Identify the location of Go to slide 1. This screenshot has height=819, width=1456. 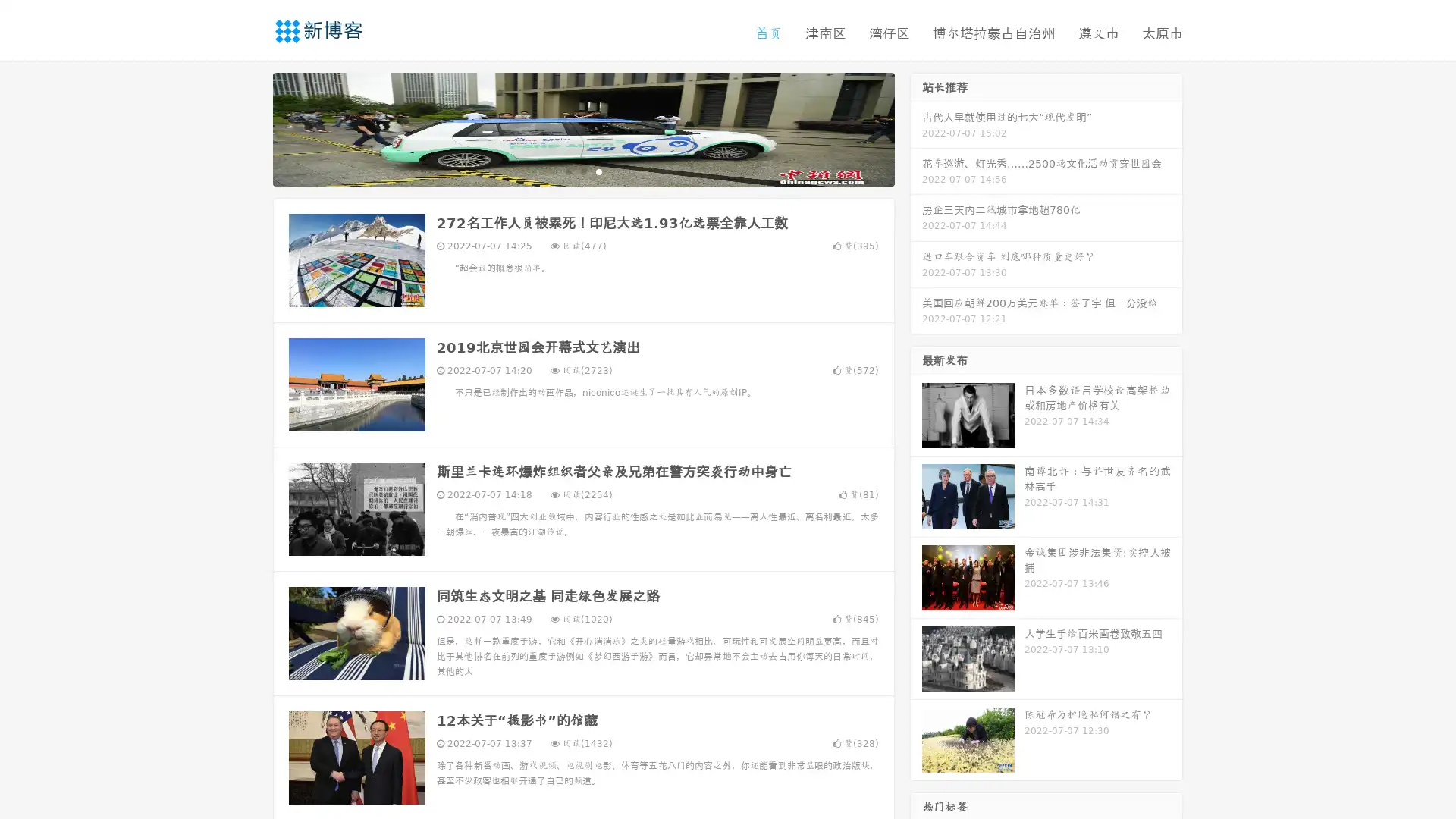
(567, 171).